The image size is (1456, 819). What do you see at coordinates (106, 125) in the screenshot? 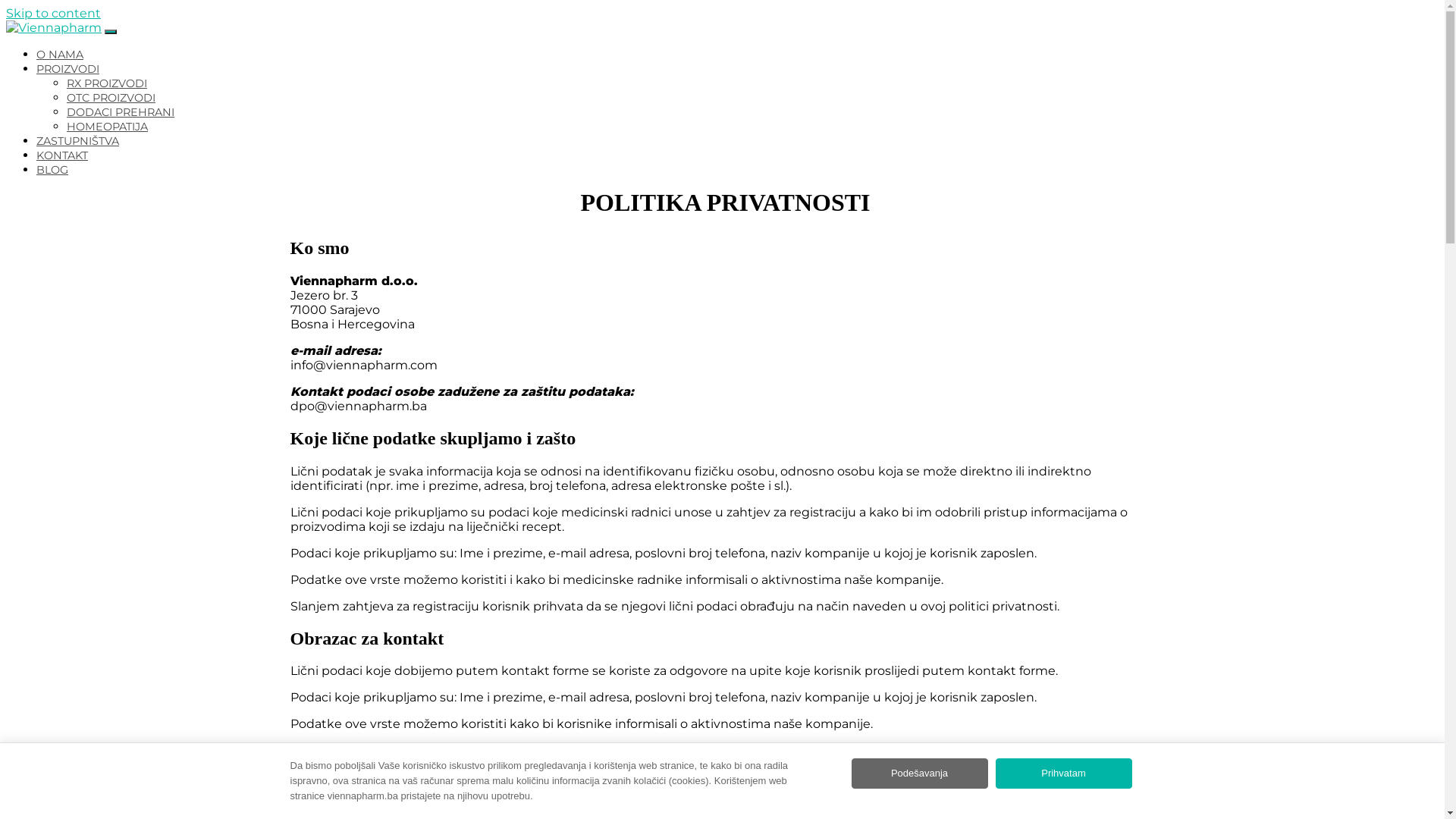
I see `'HOMEOPATIJA'` at bounding box center [106, 125].